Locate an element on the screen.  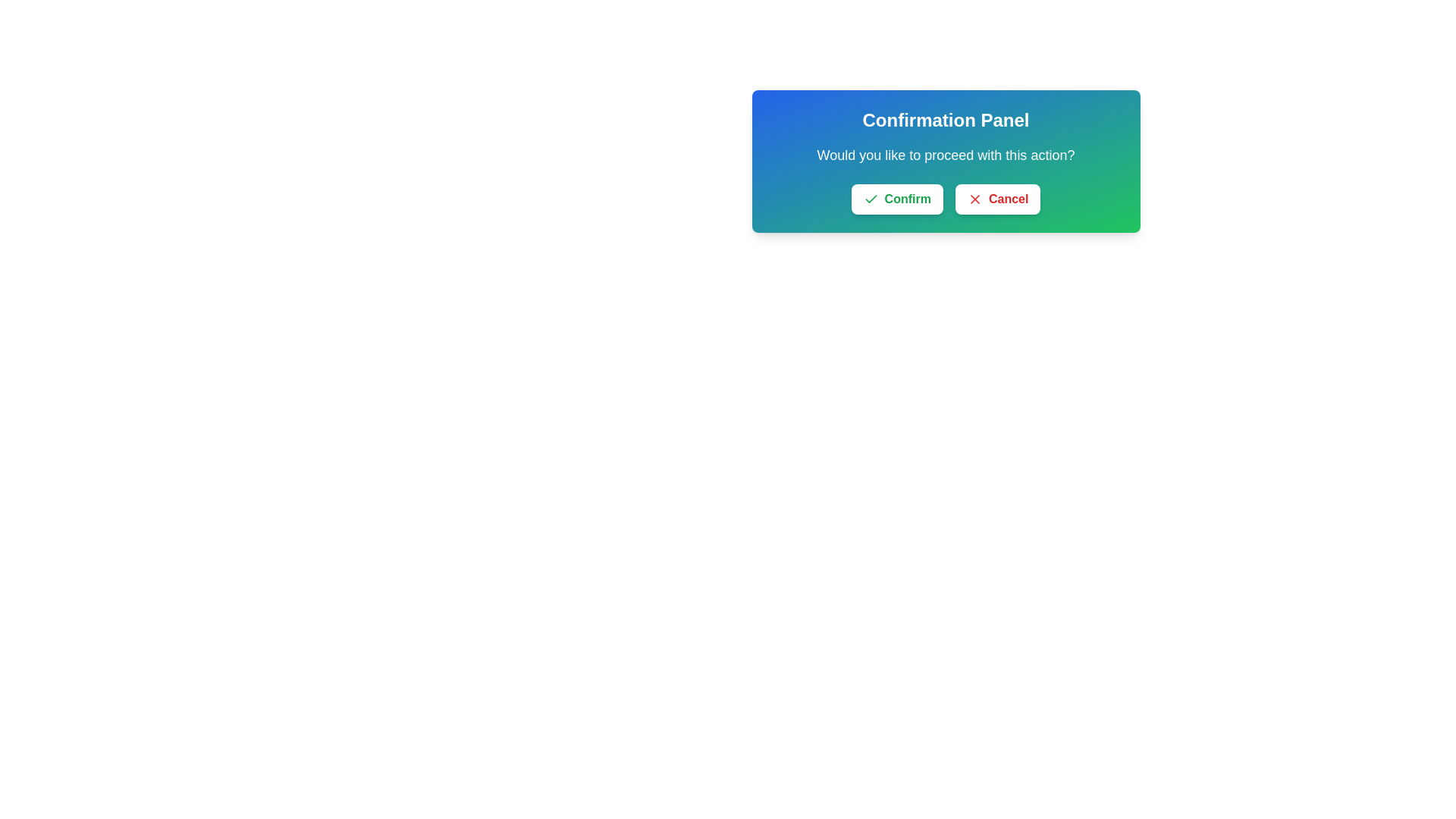
the close icon represented by a red 'X' inside the 'Cancel' button, located adjacent to its text label on the right side of the interface is located at coordinates (975, 198).